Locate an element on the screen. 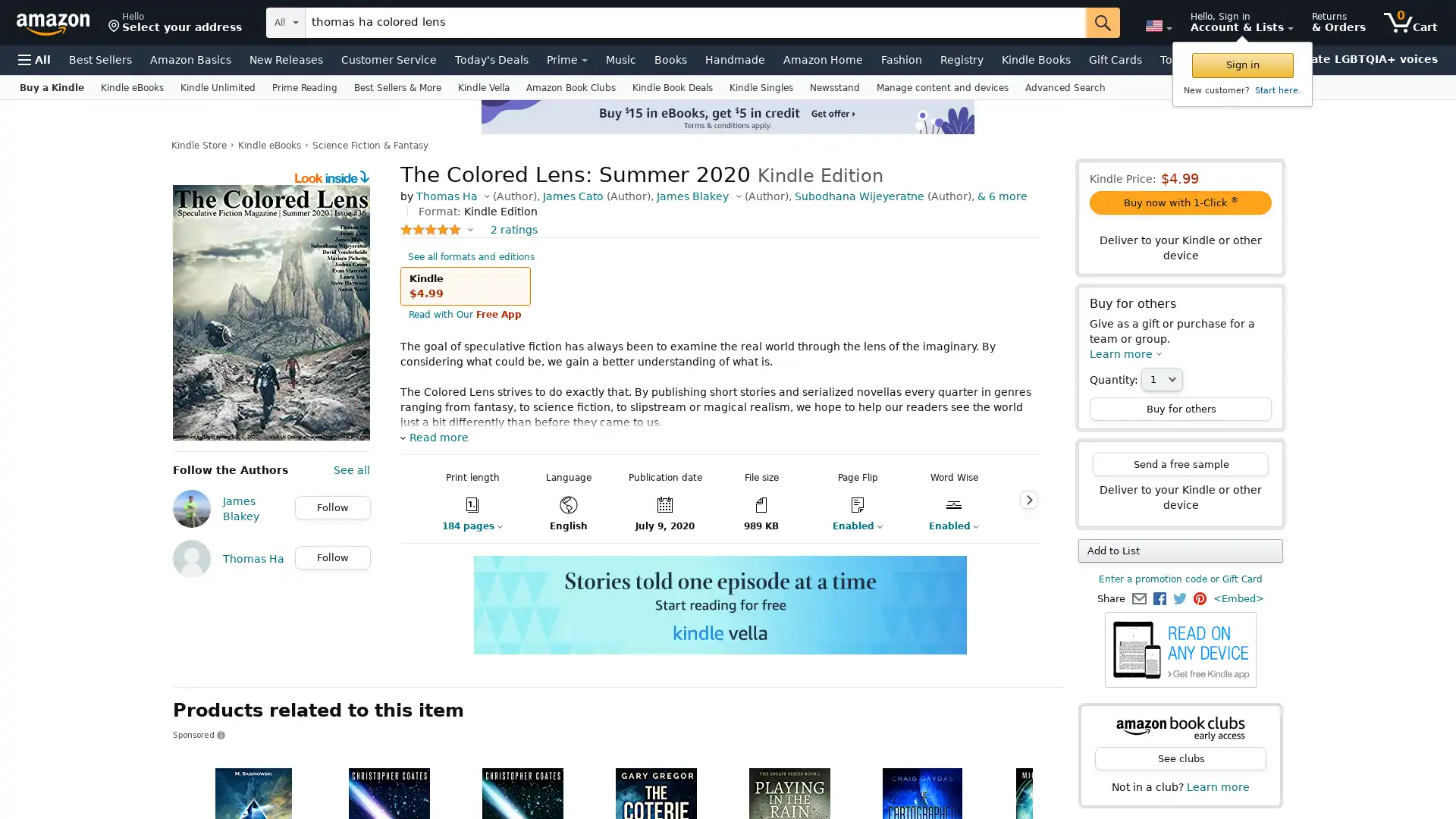 The width and height of the screenshot is (1456, 819). See clubs is located at coordinates (1179, 758).